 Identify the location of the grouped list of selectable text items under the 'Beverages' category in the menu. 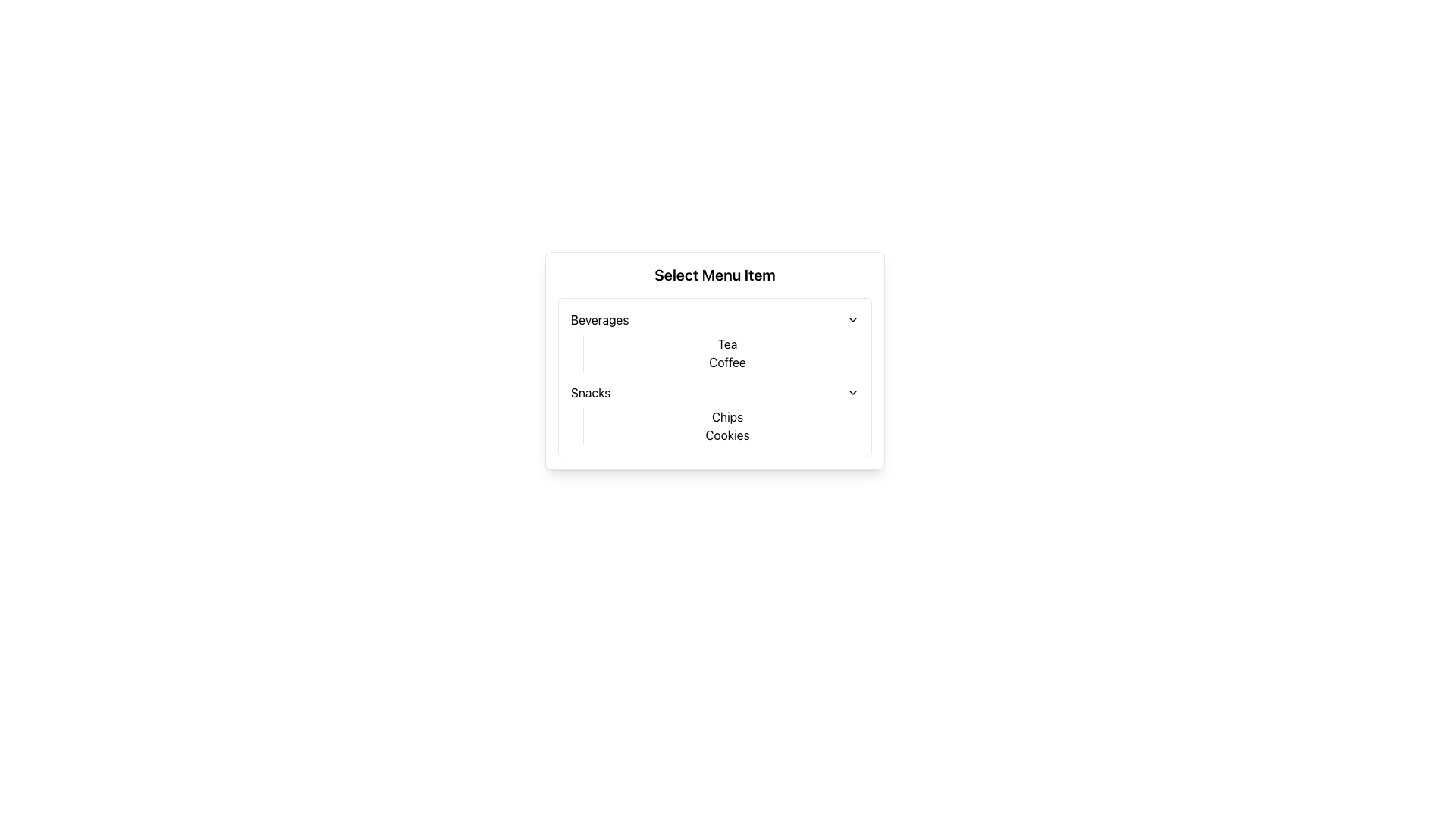
(720, 353).